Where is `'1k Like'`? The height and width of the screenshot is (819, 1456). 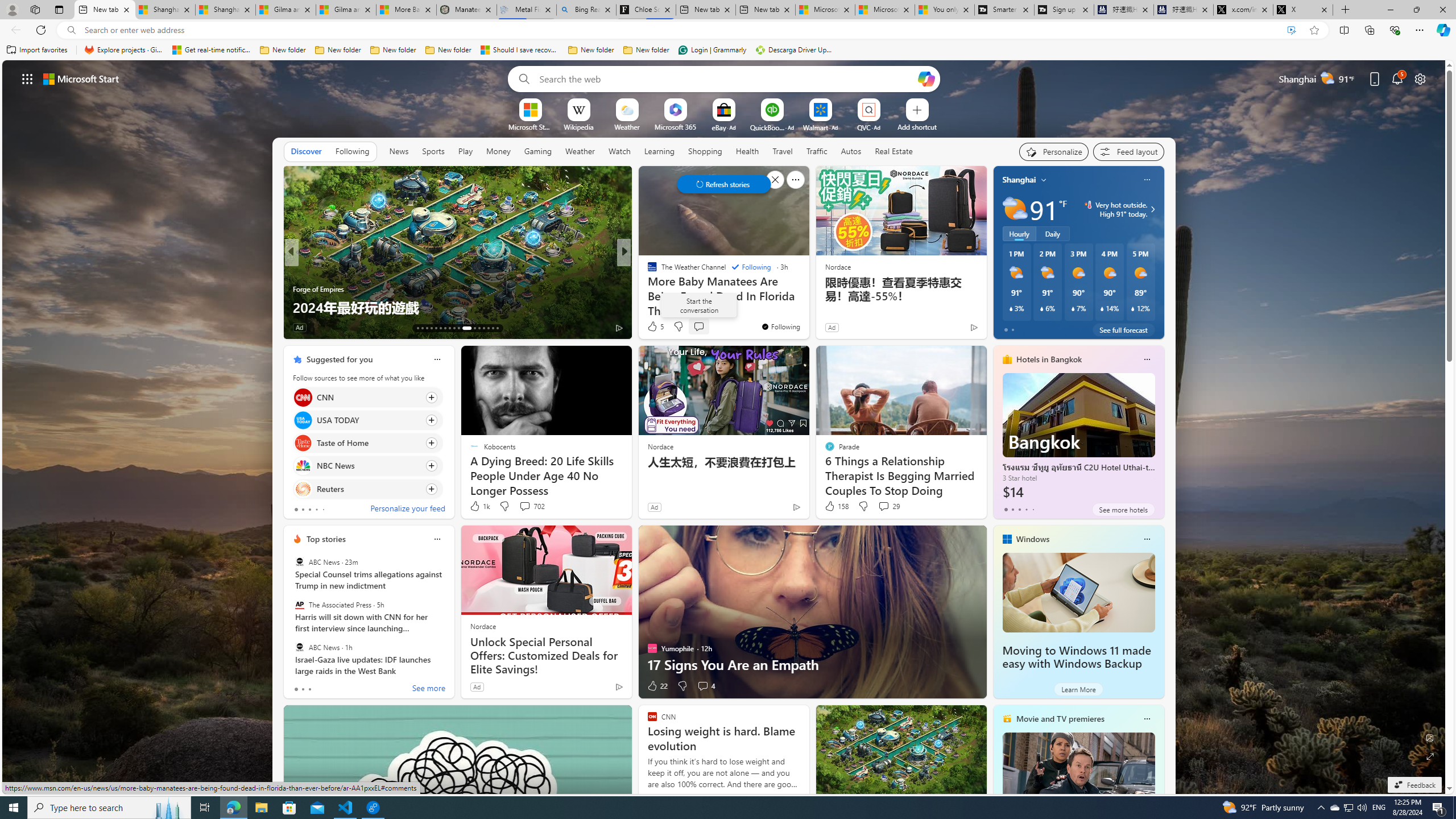
'1k Like' is located at coordinates (478, 505).